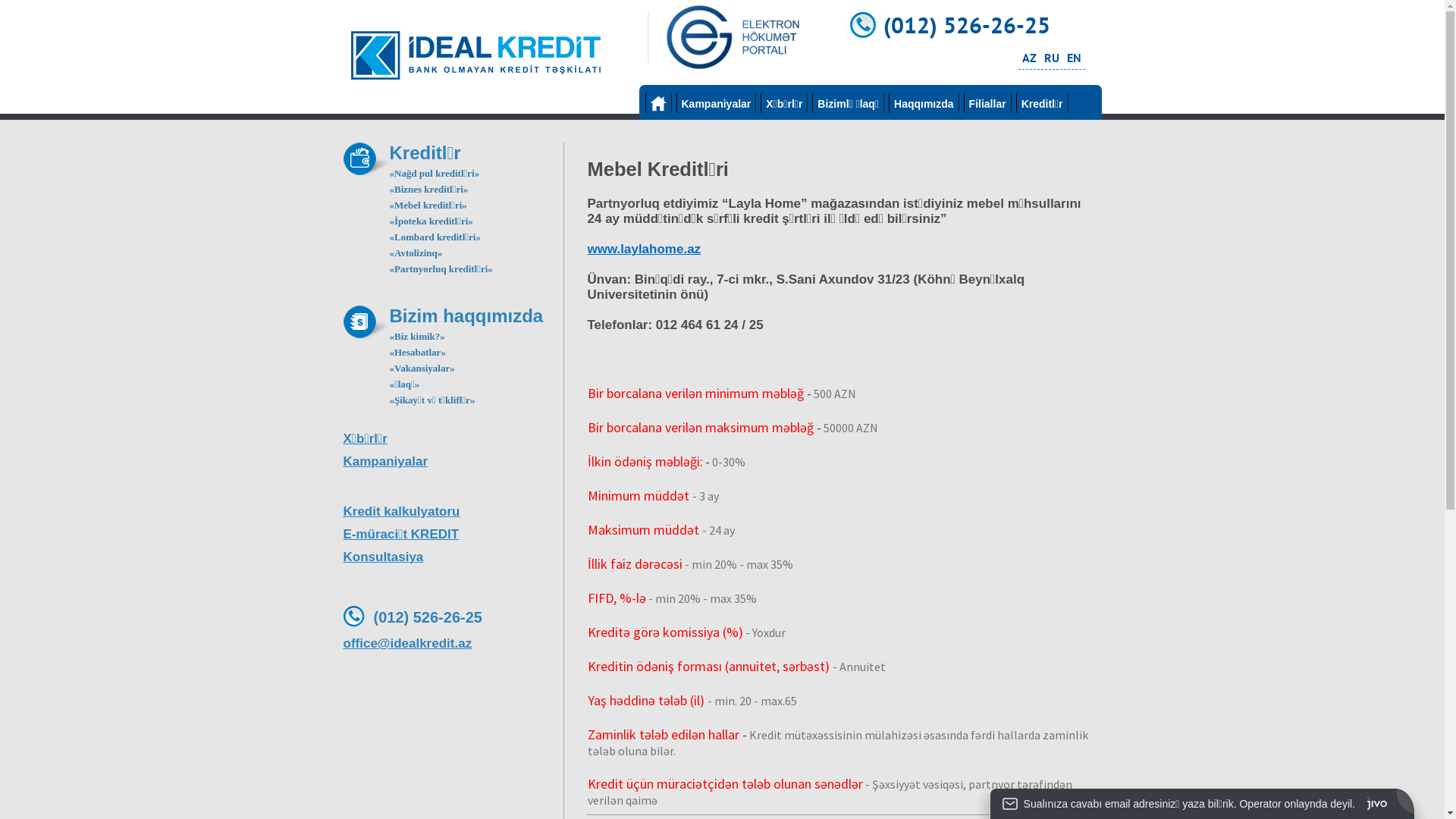 The image size is (1456, 819). What do you see at coordinates (1072, 57) in the screenshot?
I see `'EN'` at bounding box center [1072, 57].